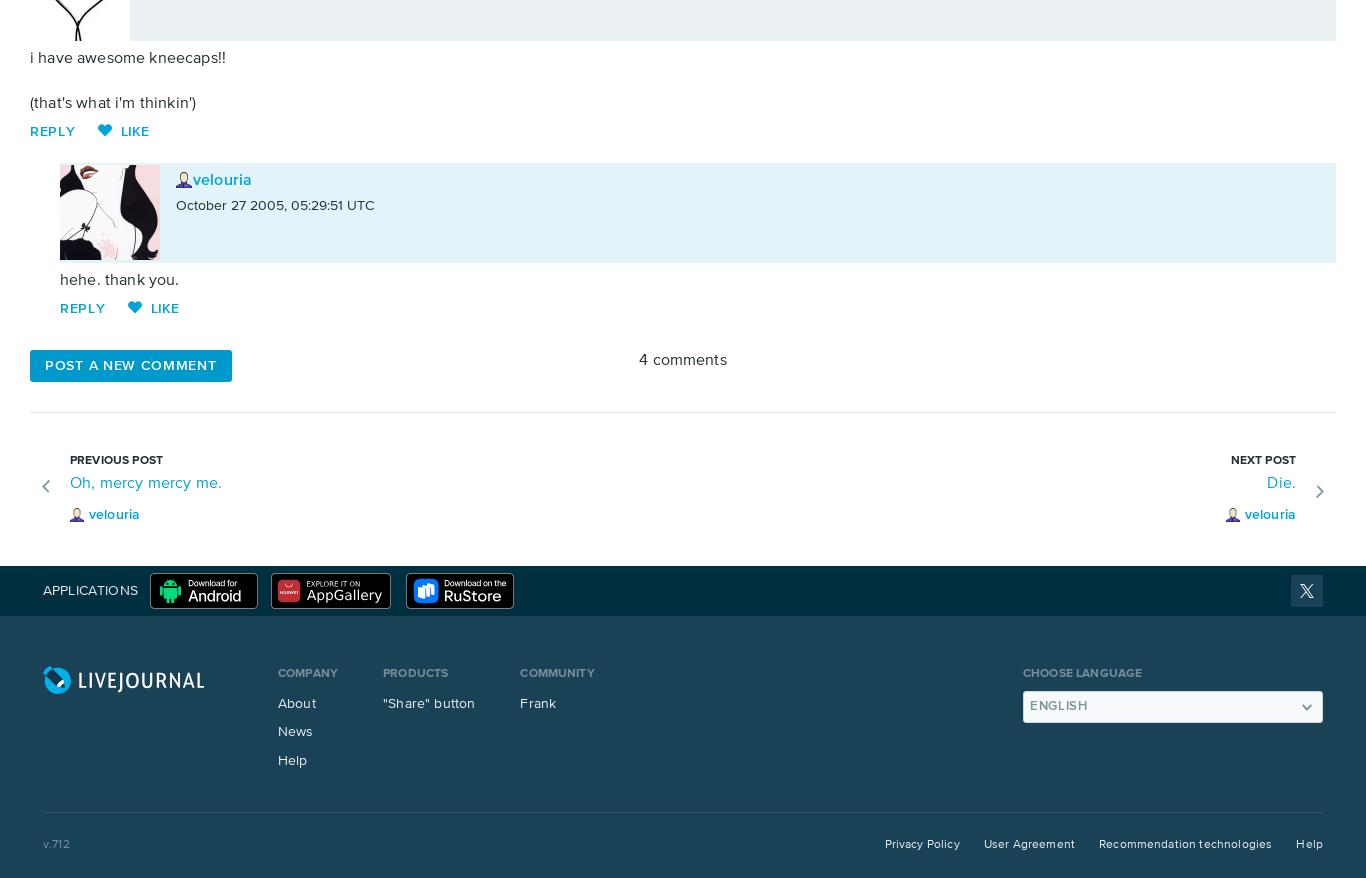  I want to click on 'Die.', so click(1265, 482).